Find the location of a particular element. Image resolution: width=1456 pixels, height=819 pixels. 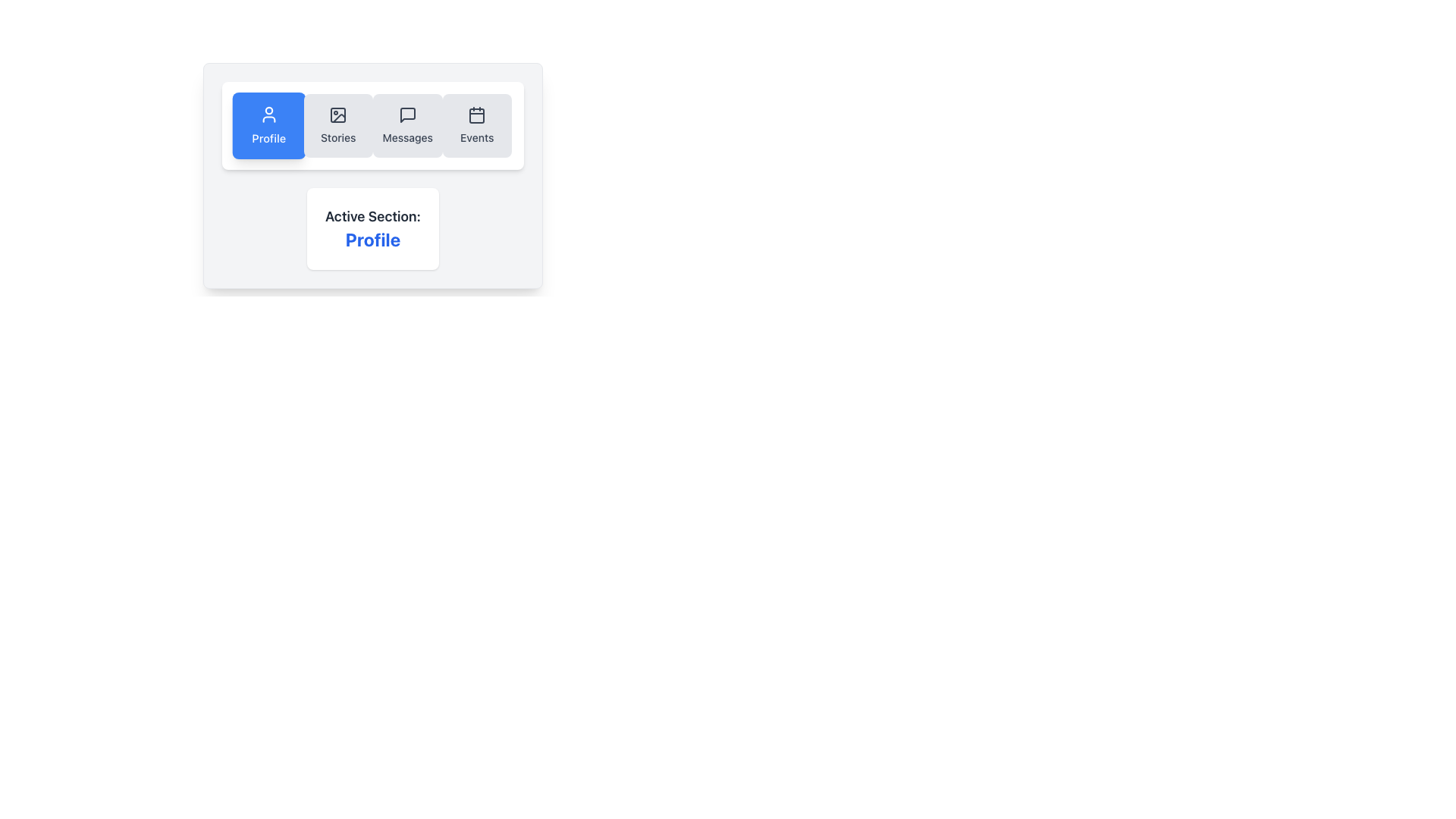

the Events icon located at the top-right of the button group, adjacent to the 'Events' text label is located at coordinates (476, 114).